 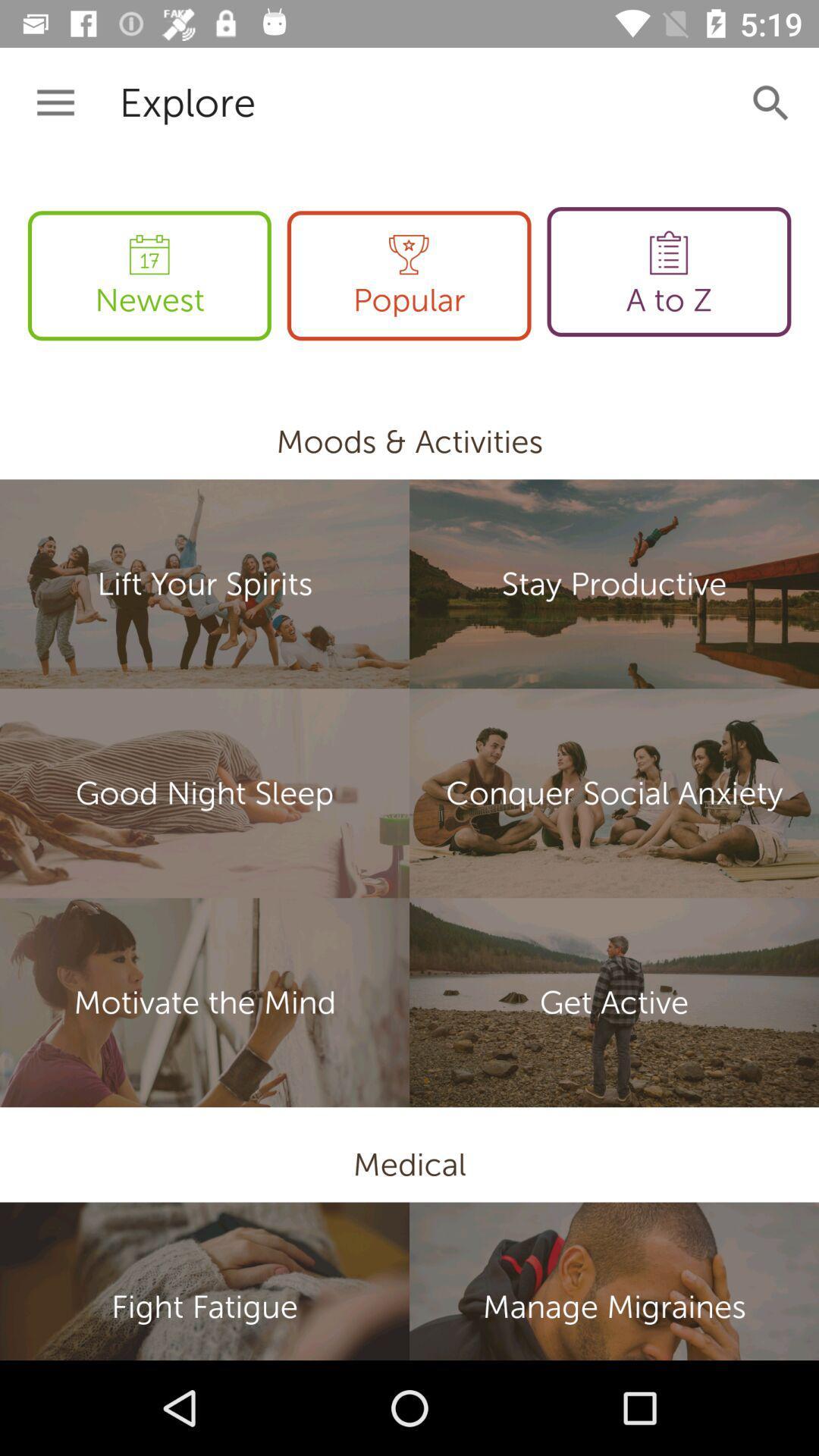 What do you see at coordinates (408, 275) in the screenshot?
I see `the icon to the right of the newest` at bounding box center [408, 275].